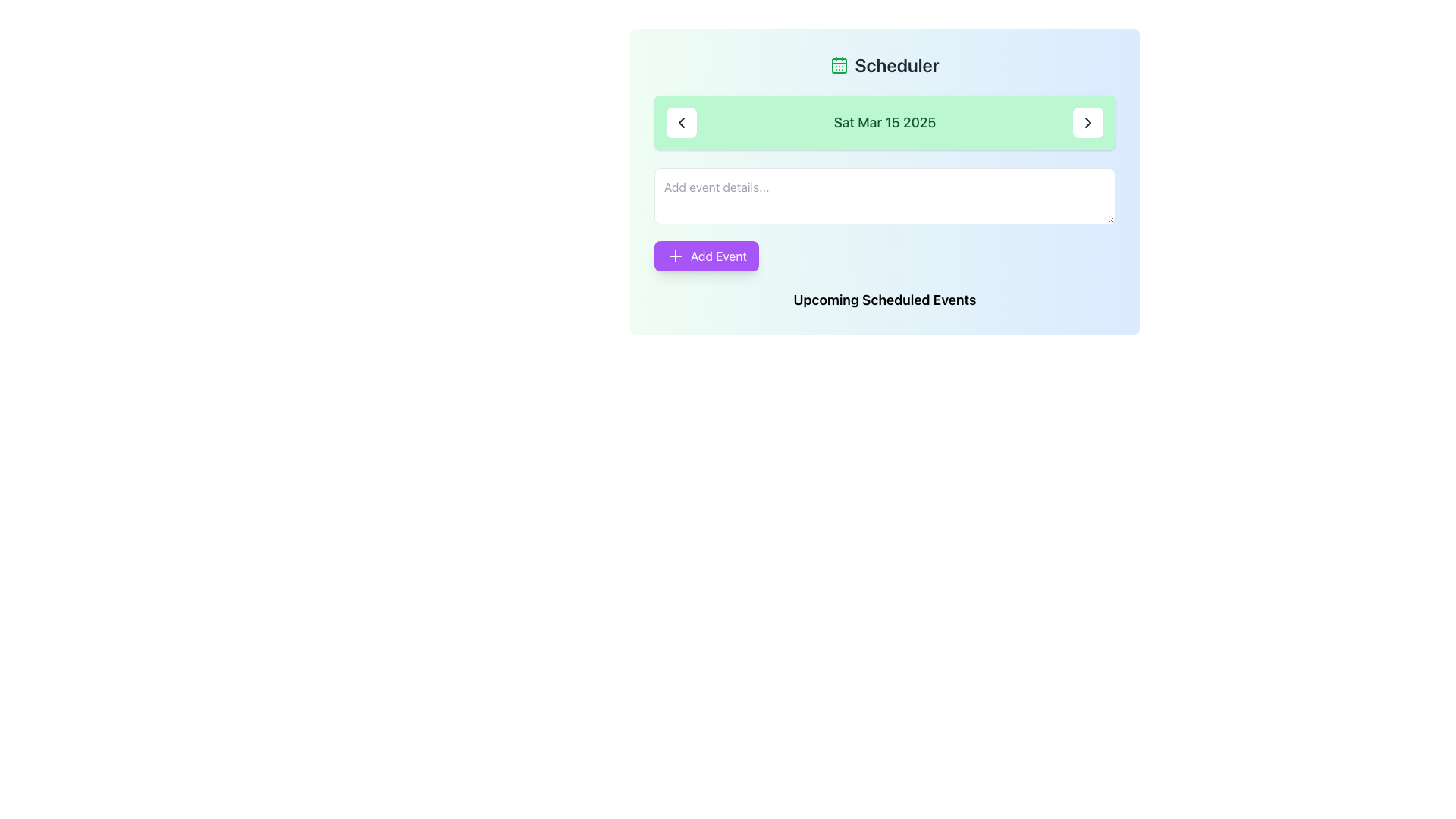 The width and height of the screenshot is (1456, 819). Describe the element at coordinates (675, 256) in the screenshot. I see `the addition icon located on the left side of the 'Add Event' button` at that location.